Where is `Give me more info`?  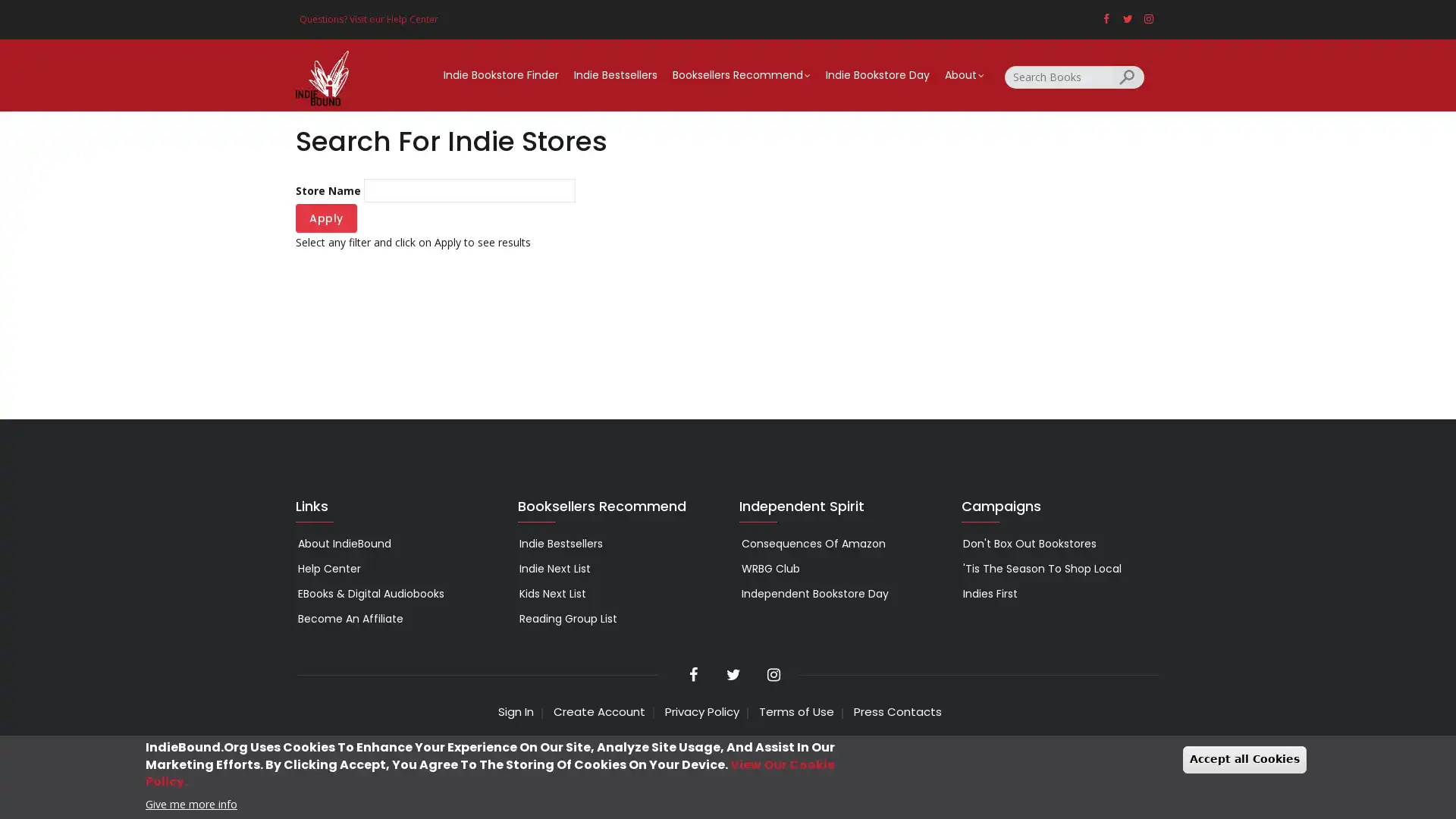 Give me more info is located at coordinates (190, 802).